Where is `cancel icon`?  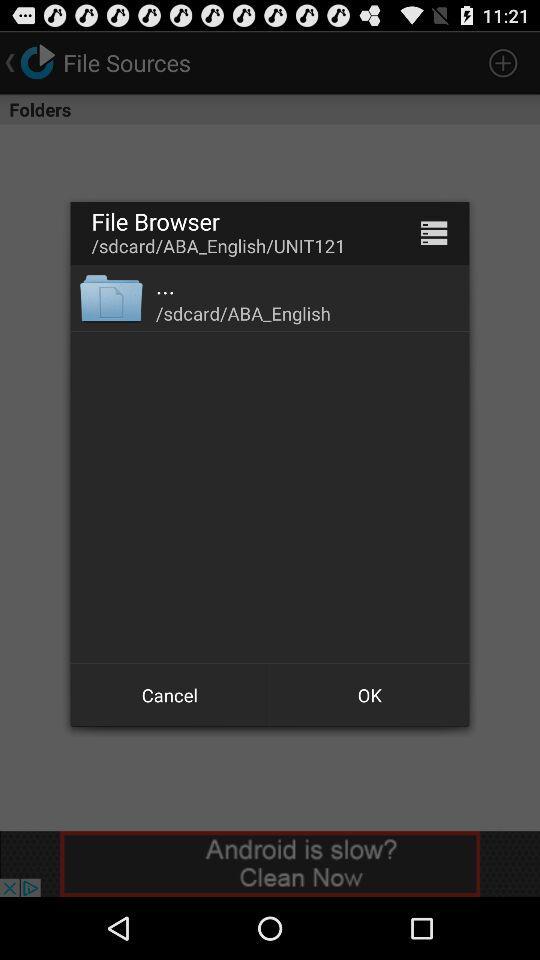 cancel icon is located at coordinates (170, 695).